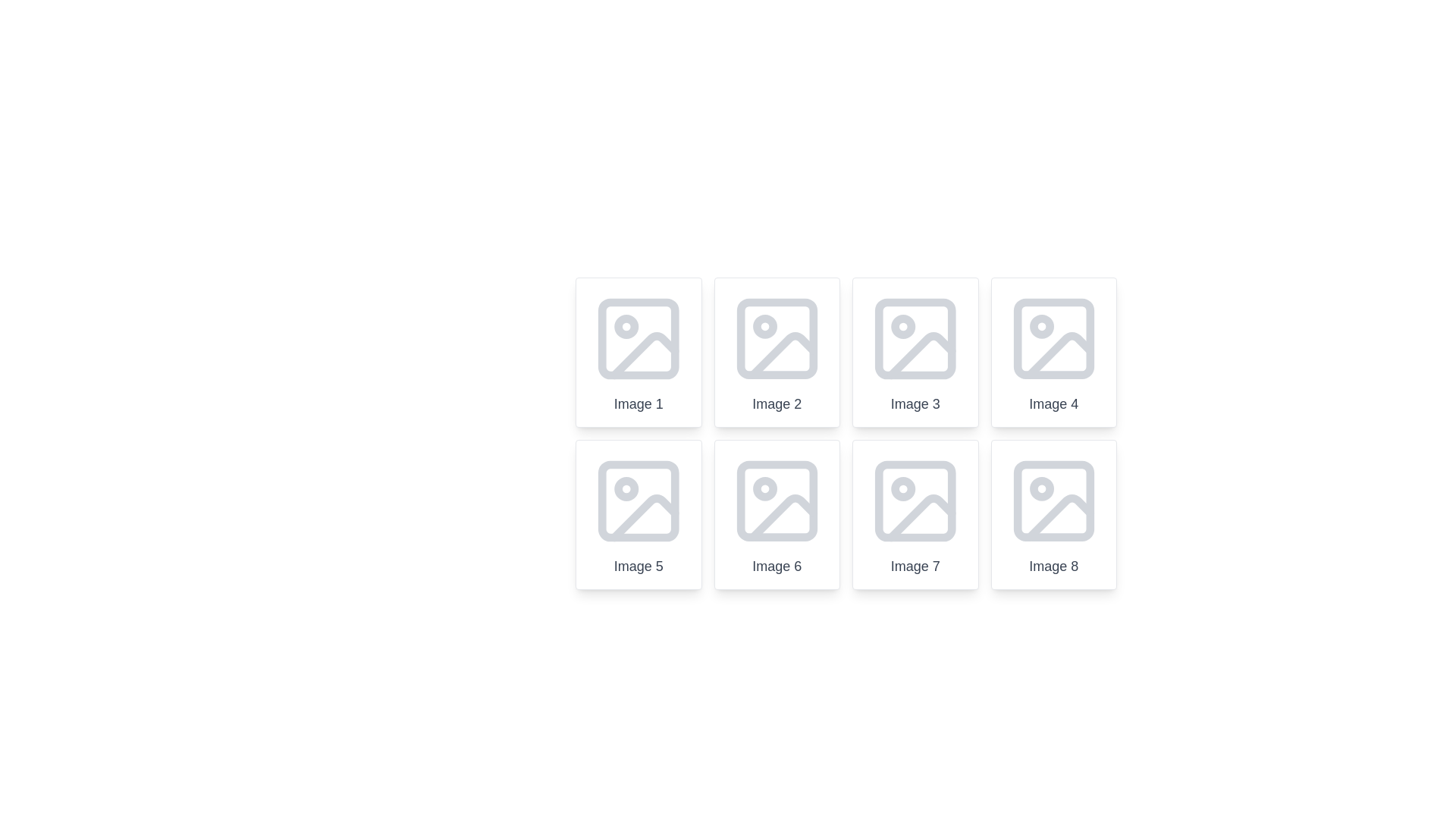 This screenshot has width=1456, height=819. Describe the element at coordinates (639, 353) in the screenshot. I see `the top-left button in the grid layout, which represents 'Image 1'` at that location.